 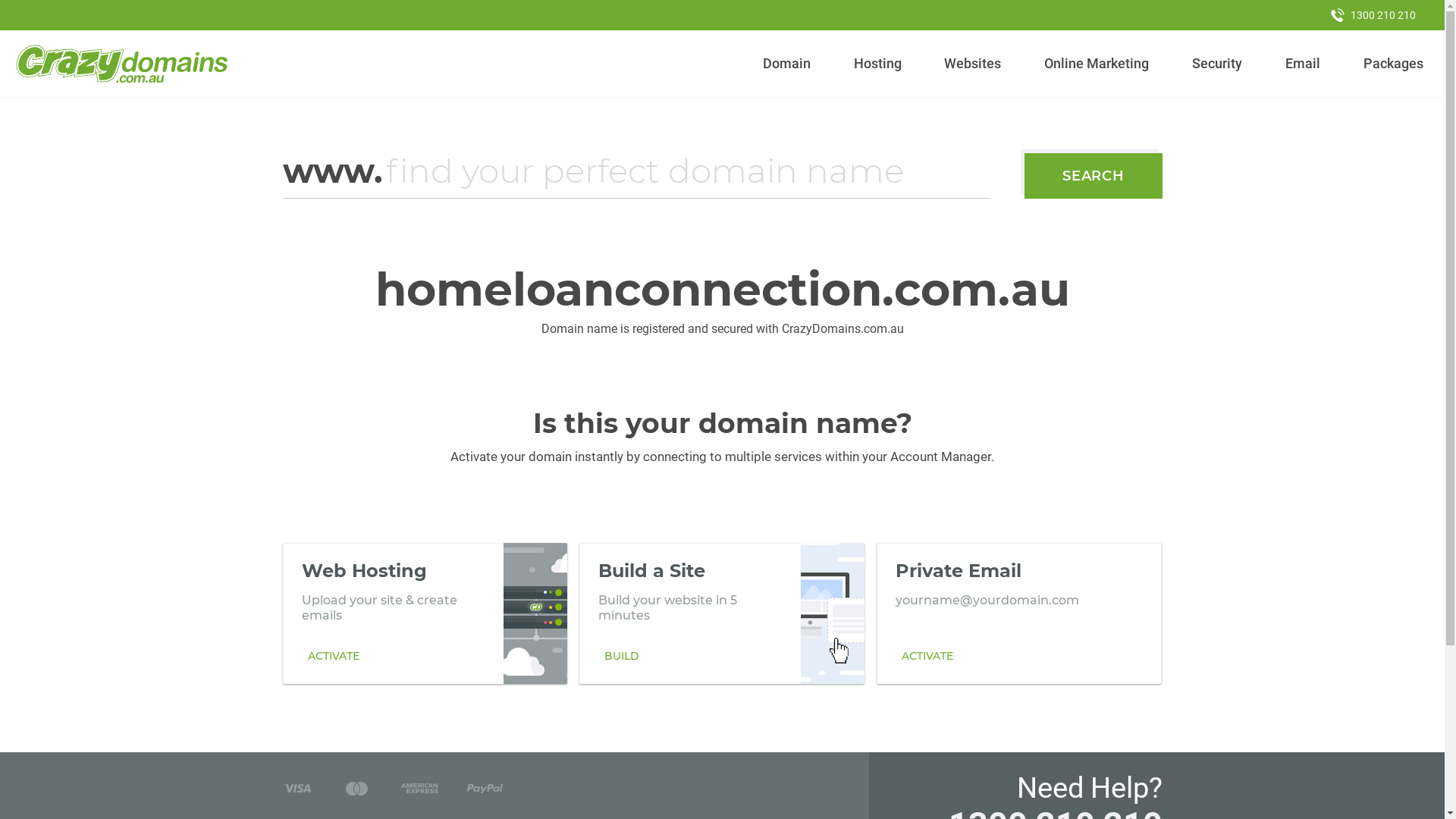 I want to click on 'Build a Site, so click(x=720, y=613).